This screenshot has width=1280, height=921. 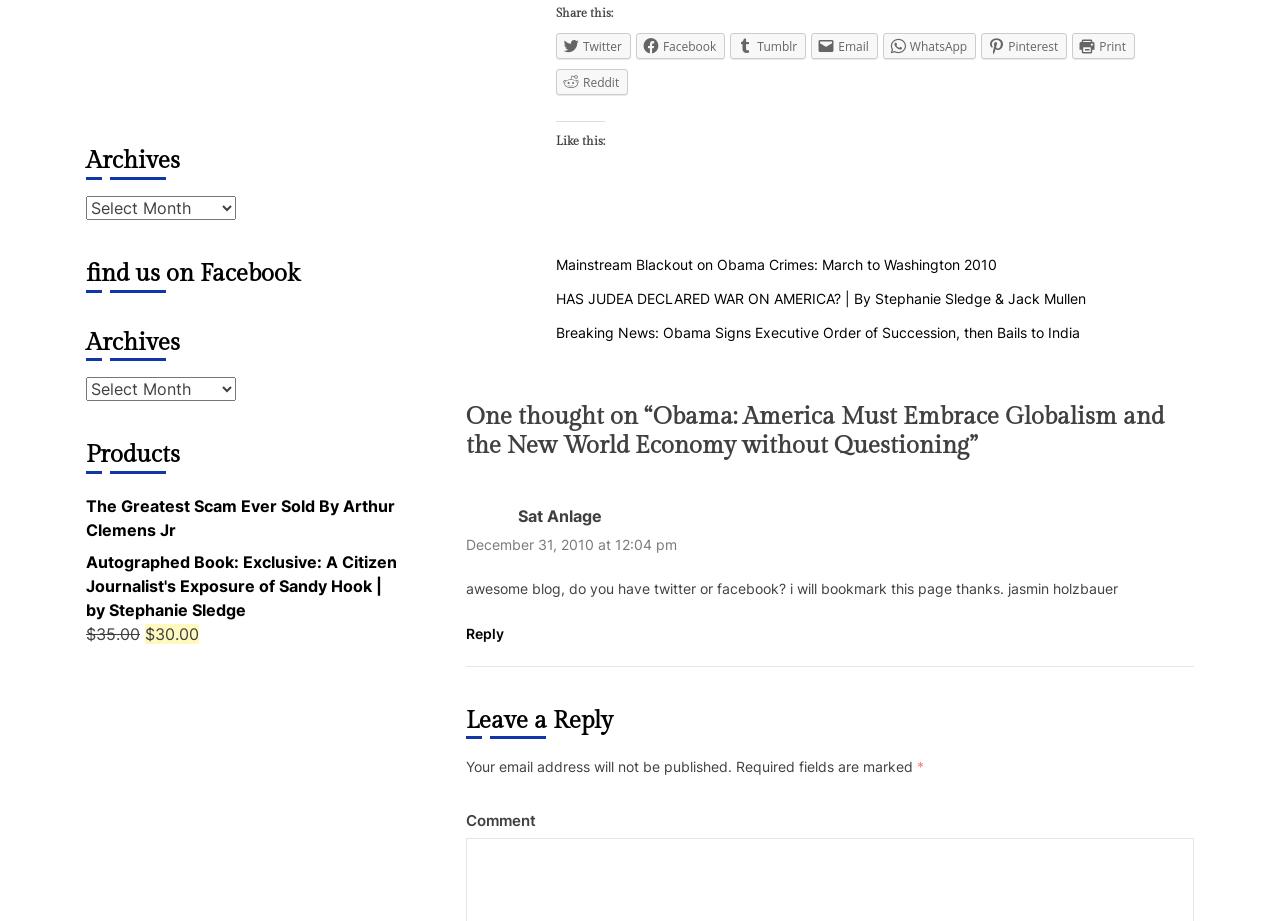 I want to click on 'Share this:', so click(x=556, y=12).